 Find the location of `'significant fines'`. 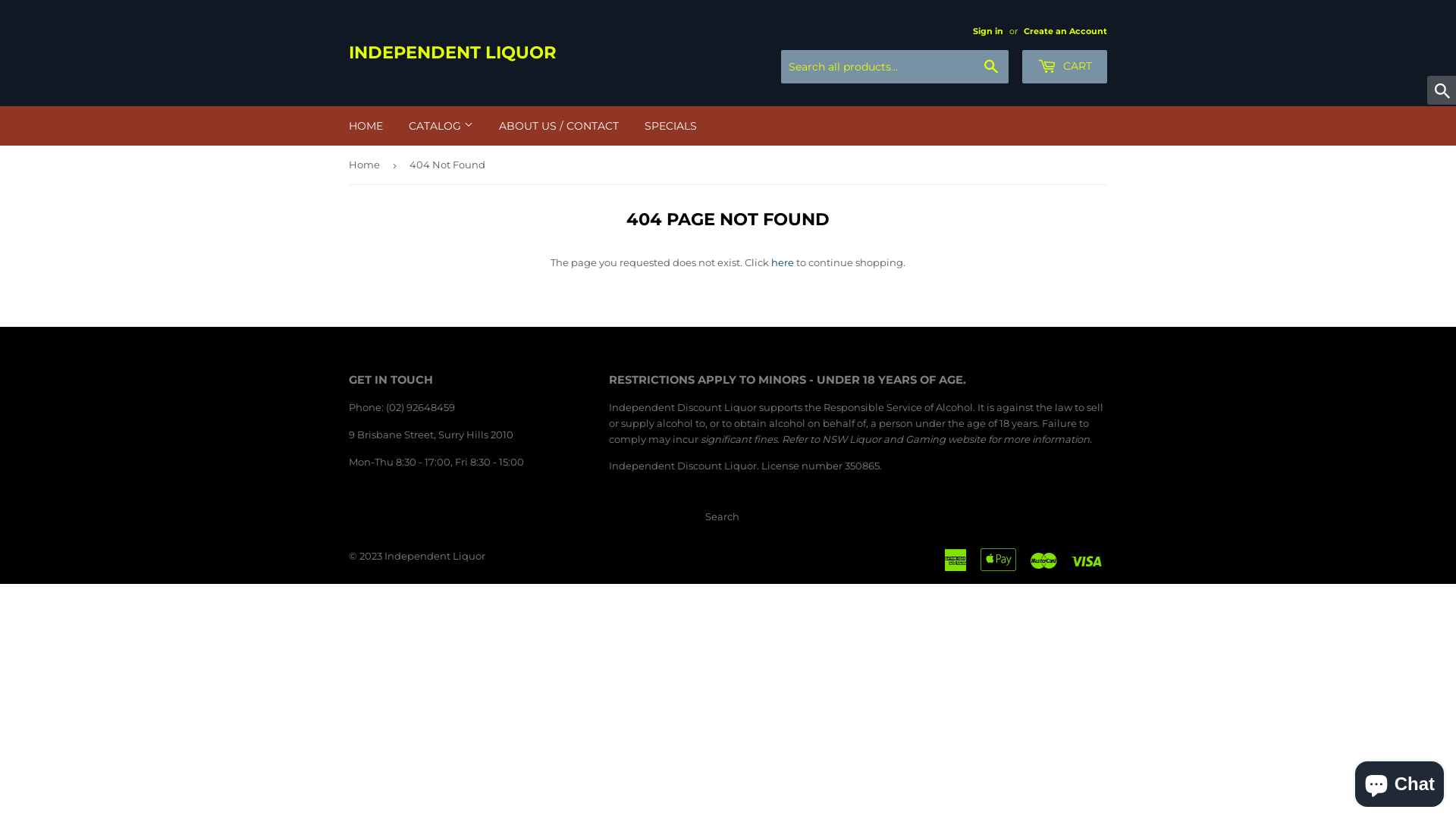

'significant fines' is located at coordinates (739, 438).